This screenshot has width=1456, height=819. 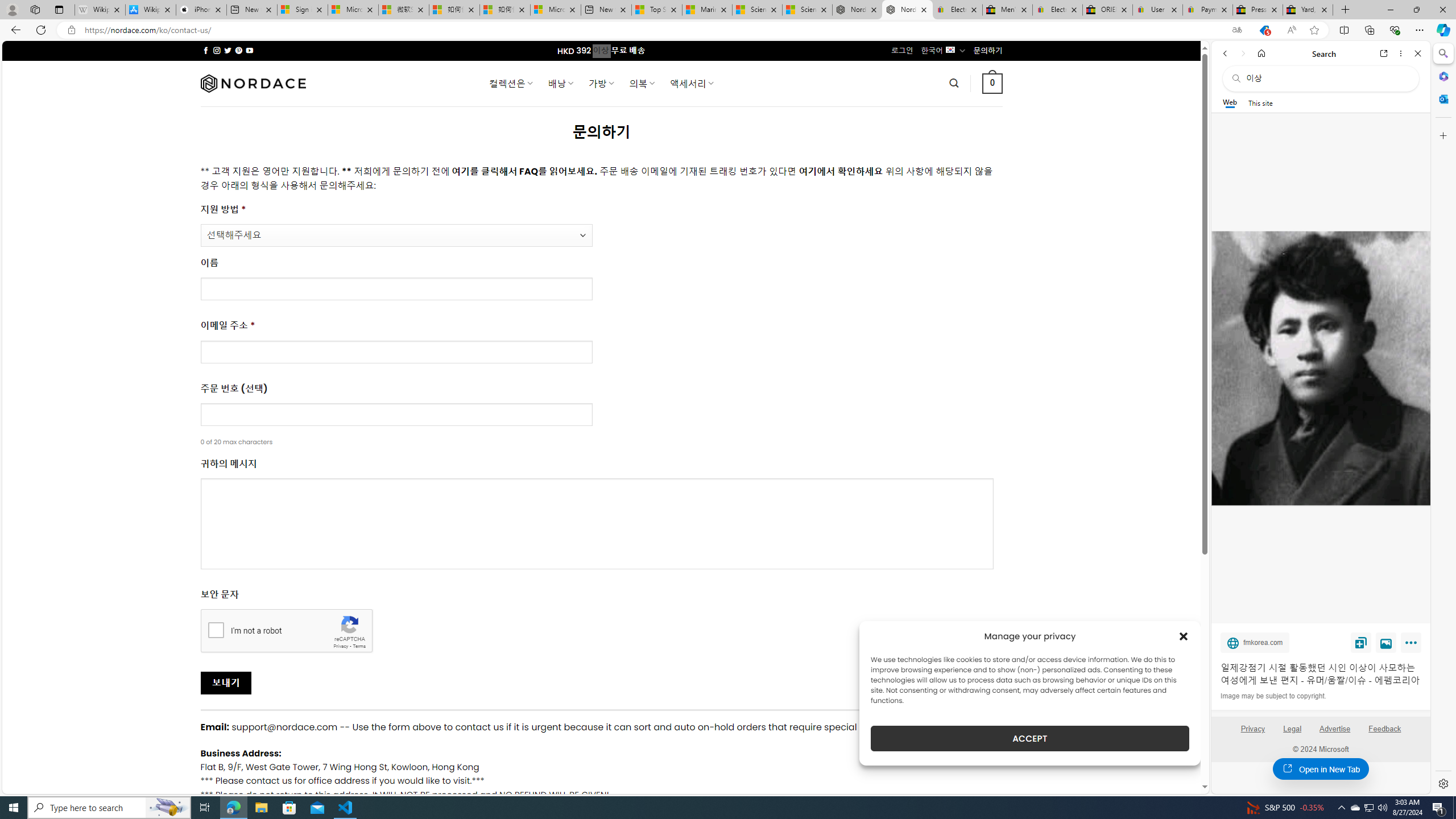 I want to click on 'Nordace - Summer Adventures 2024', so click(x=856, y=9).